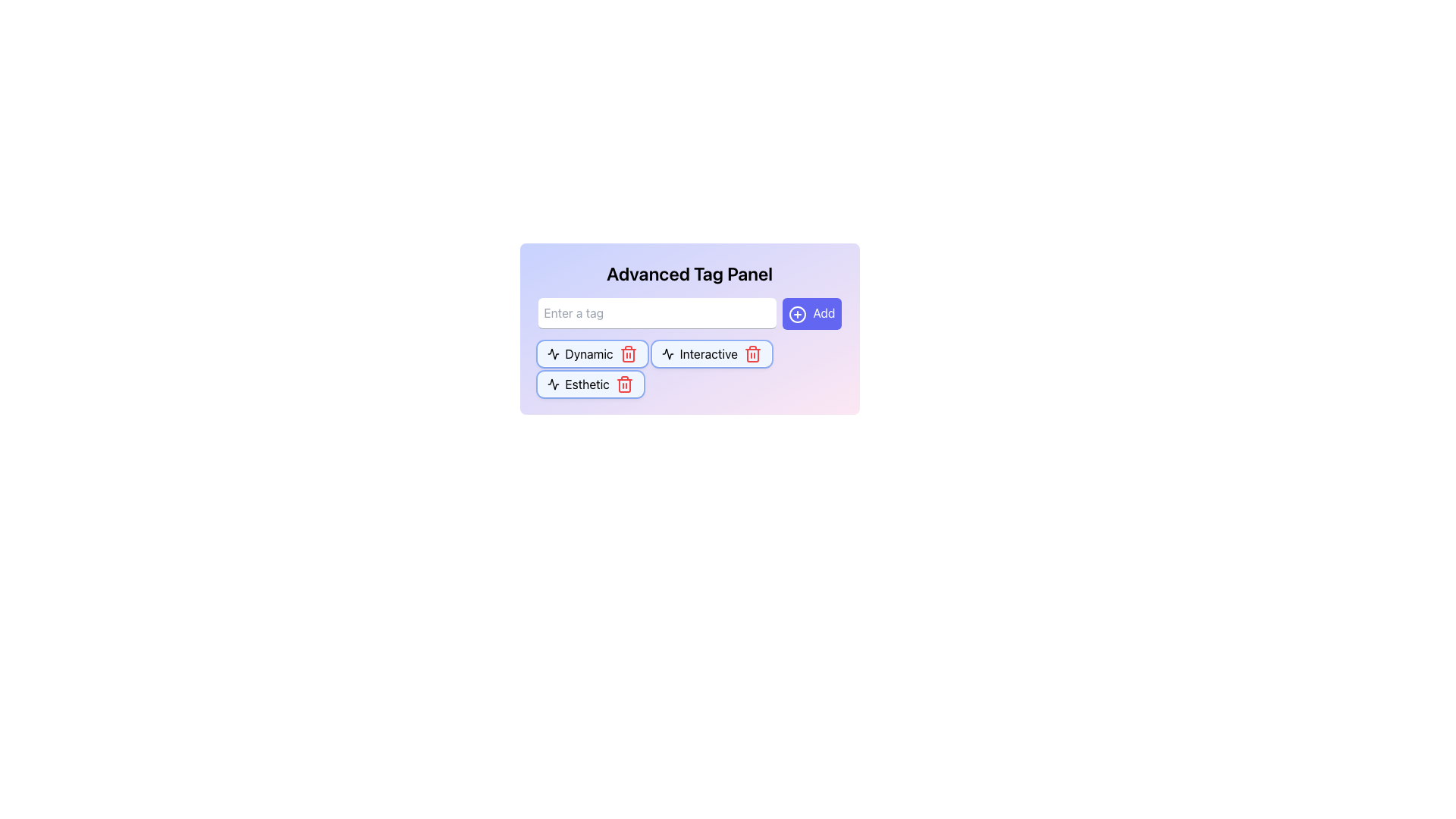 The image size is (1456, 819). What do you see at coordinates (753, 355) in the screenshot?
I see `the second trash icon button beside the 'Interactive' label` at bounding box center [753, 355].